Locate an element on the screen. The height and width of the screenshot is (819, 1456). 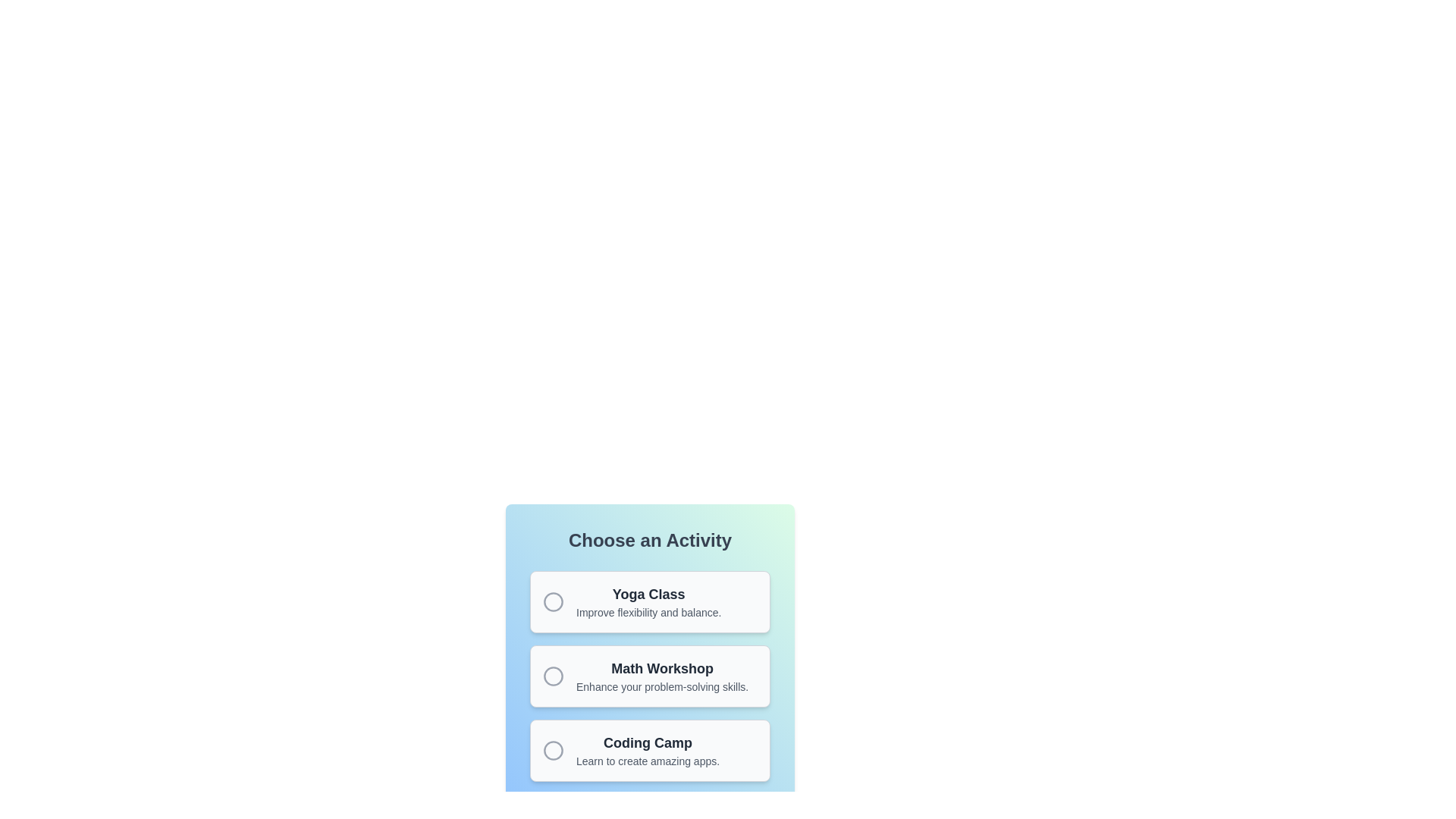
text from the label that states 'Enhance your problem-solving skills.' positioned below the 'Math Workshop' title is located at coordinates (662, 687).